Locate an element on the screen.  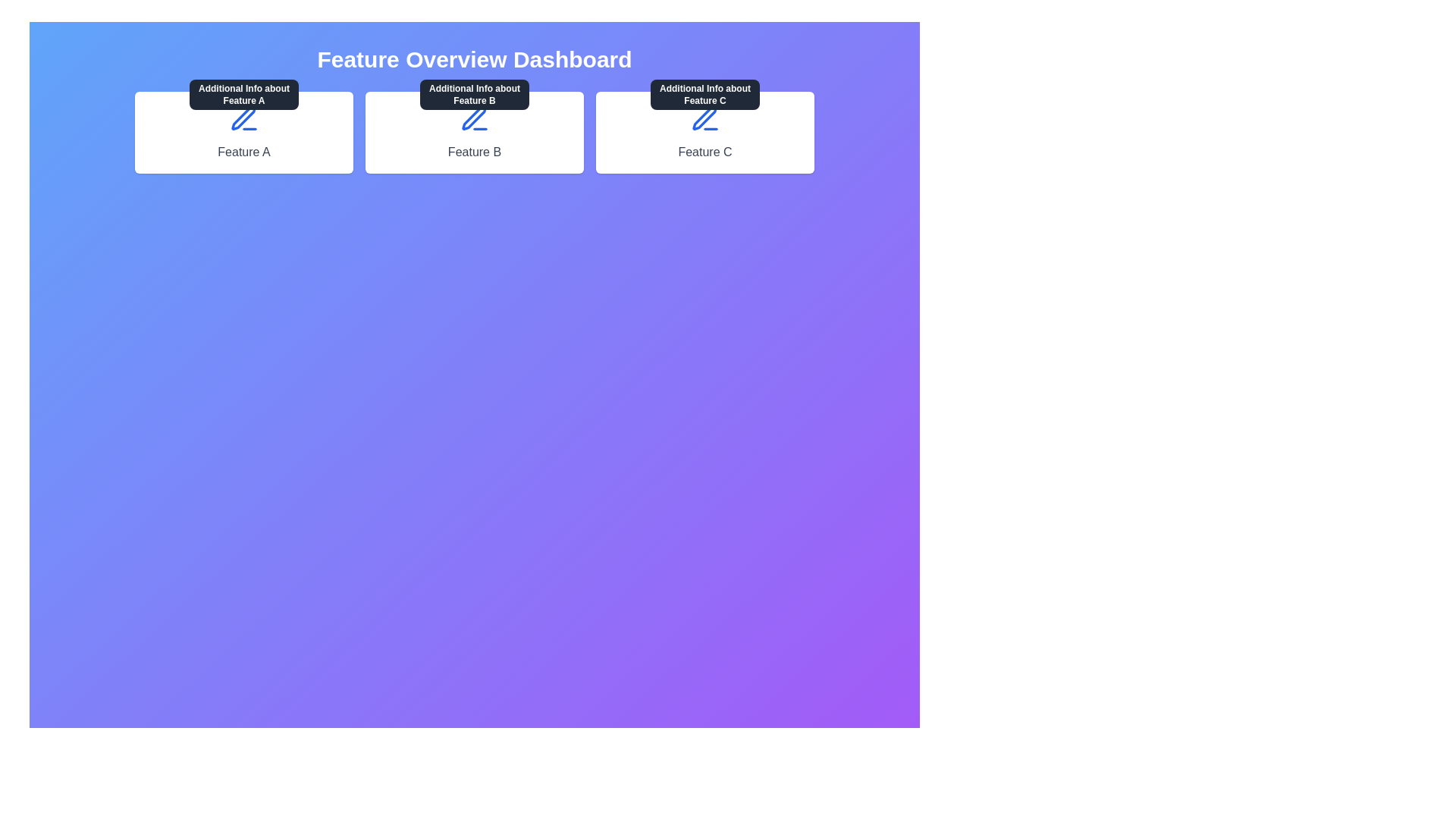
text from the centered text label that displays 'Feature B', which is styled in gray and located below an icon and badge within the central card is located at coordinates (473, 152).